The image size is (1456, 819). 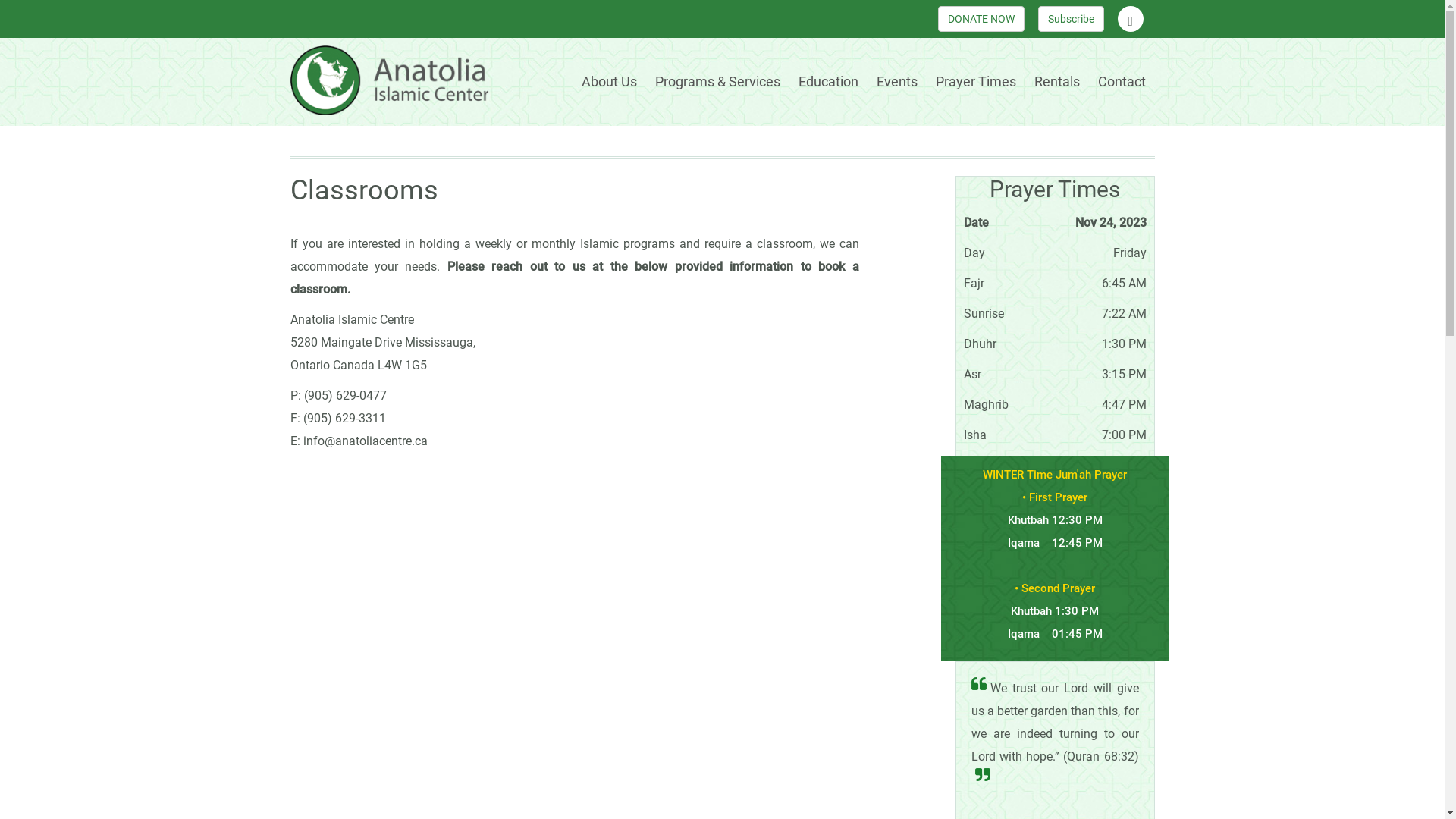 I want to click on 'DONATE NOW', so click(x=937, y=18).